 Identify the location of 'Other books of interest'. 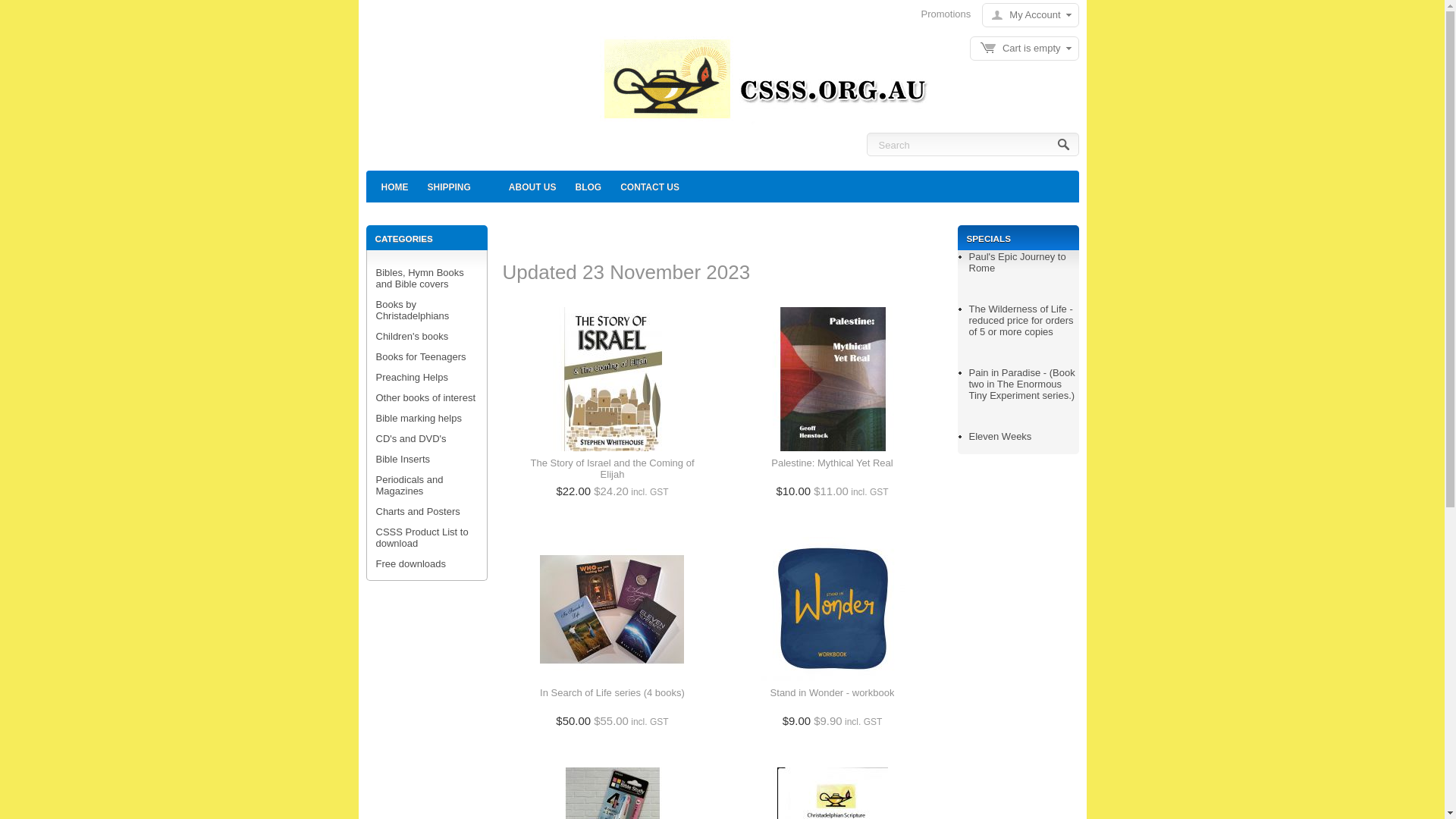
(425, 397).